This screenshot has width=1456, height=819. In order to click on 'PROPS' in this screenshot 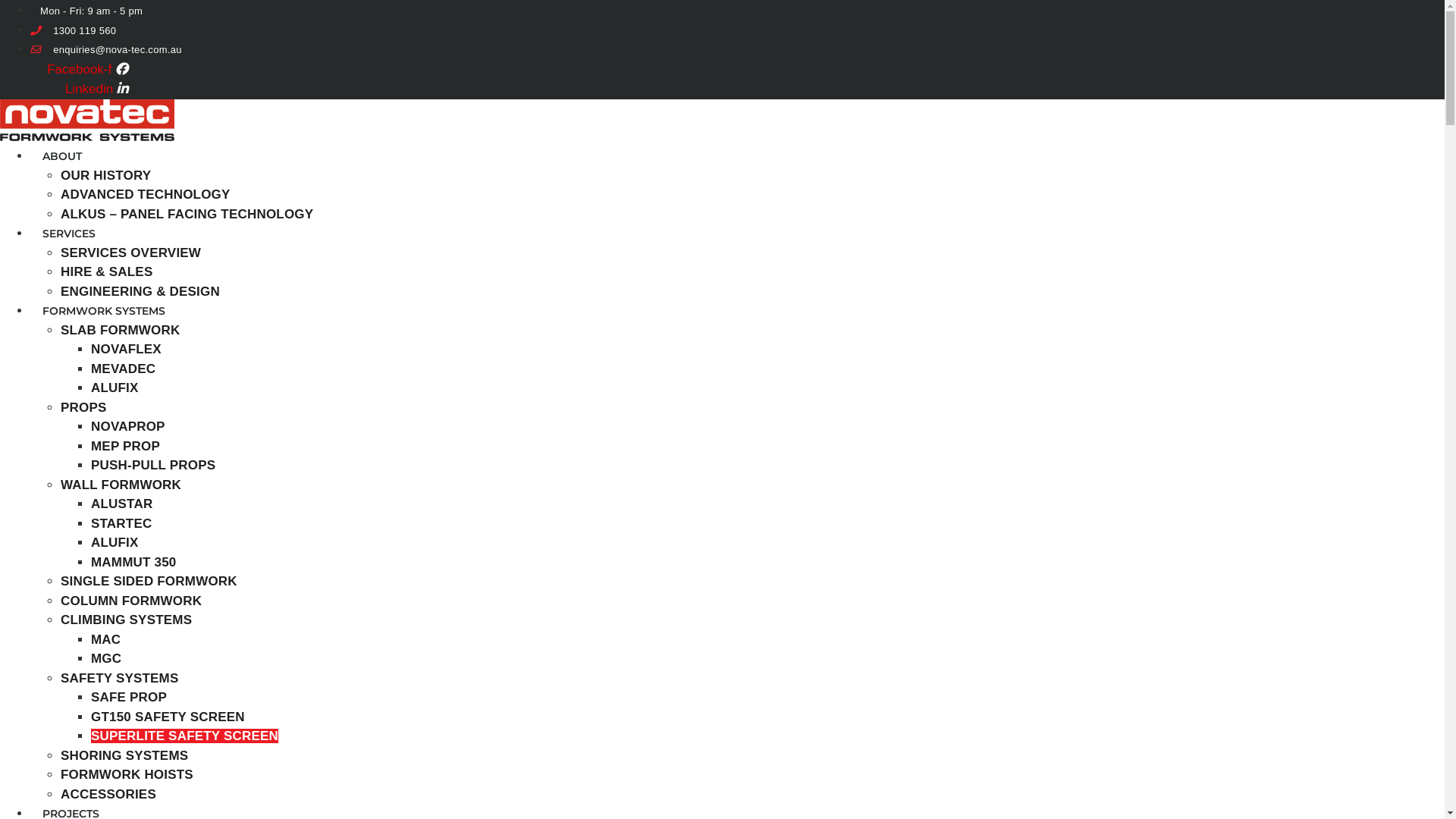, I will do `click(83, 406)`.